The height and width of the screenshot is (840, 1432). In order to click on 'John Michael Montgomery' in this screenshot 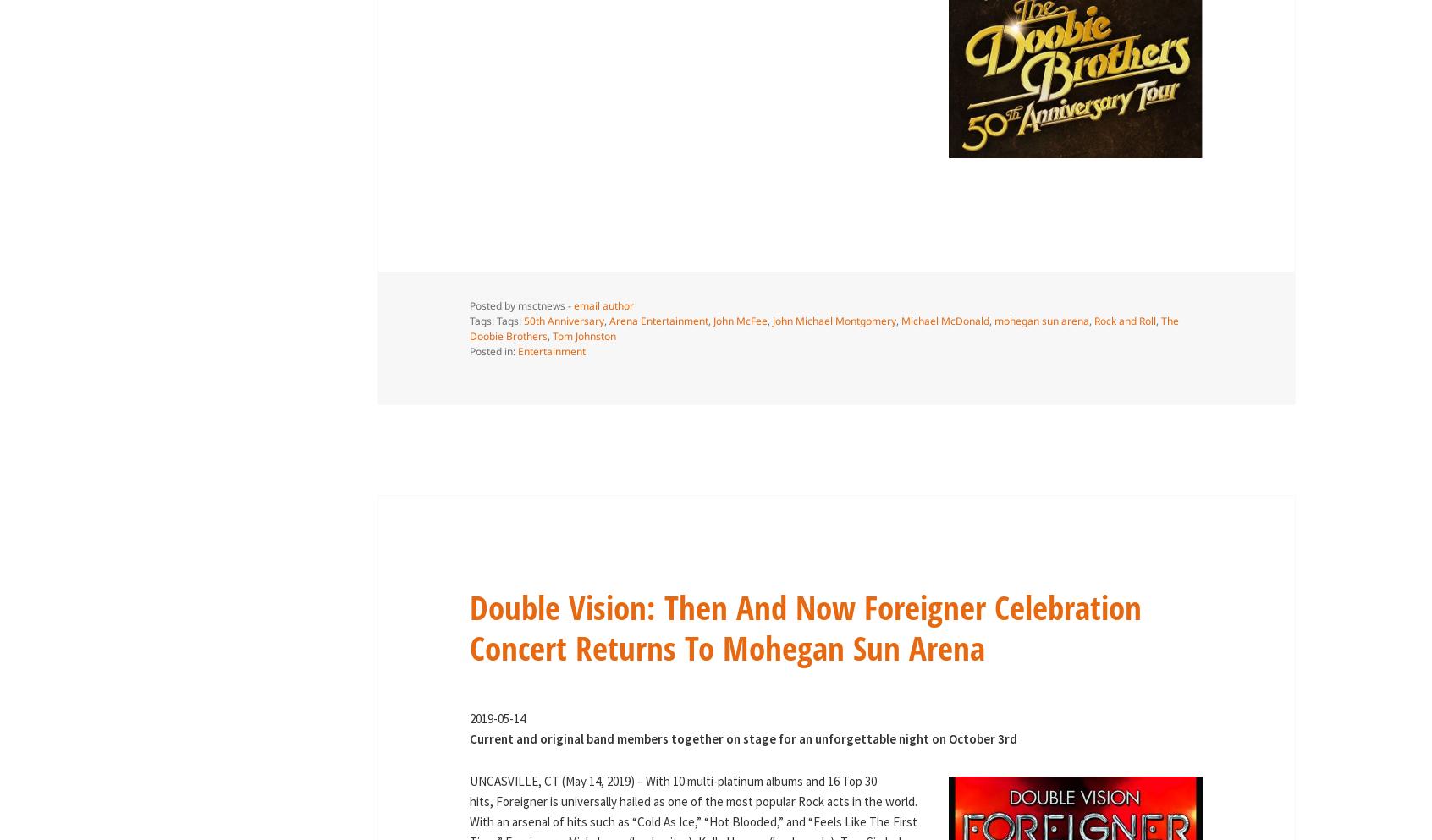, I will do `click(770, 321)`.